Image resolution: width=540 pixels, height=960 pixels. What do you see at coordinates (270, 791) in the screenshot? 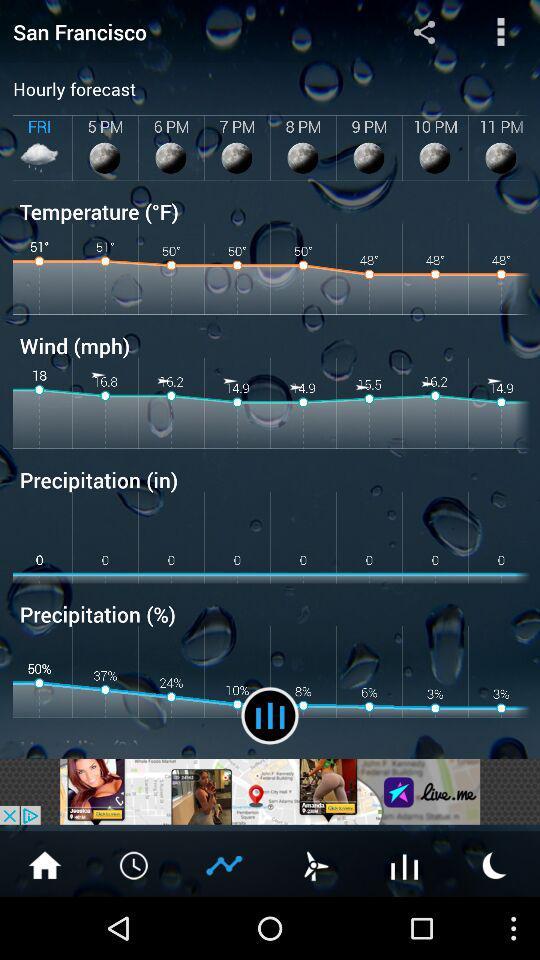
I see `it pop up add` at bounding box center [270, 791].